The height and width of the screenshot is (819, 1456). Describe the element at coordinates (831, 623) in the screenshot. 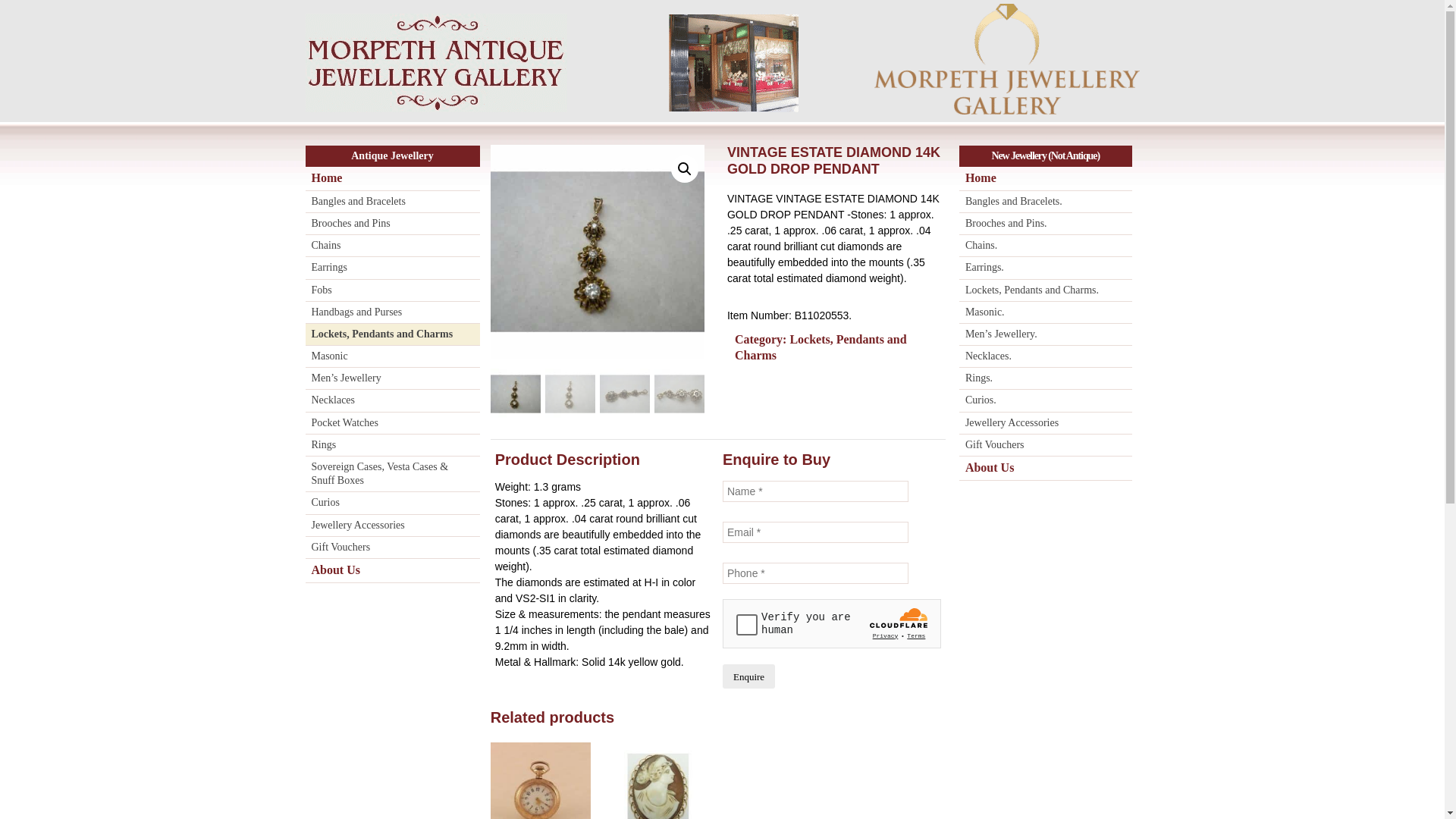

I see `'Widget containing a Cloudflare security challenge'` at that location.